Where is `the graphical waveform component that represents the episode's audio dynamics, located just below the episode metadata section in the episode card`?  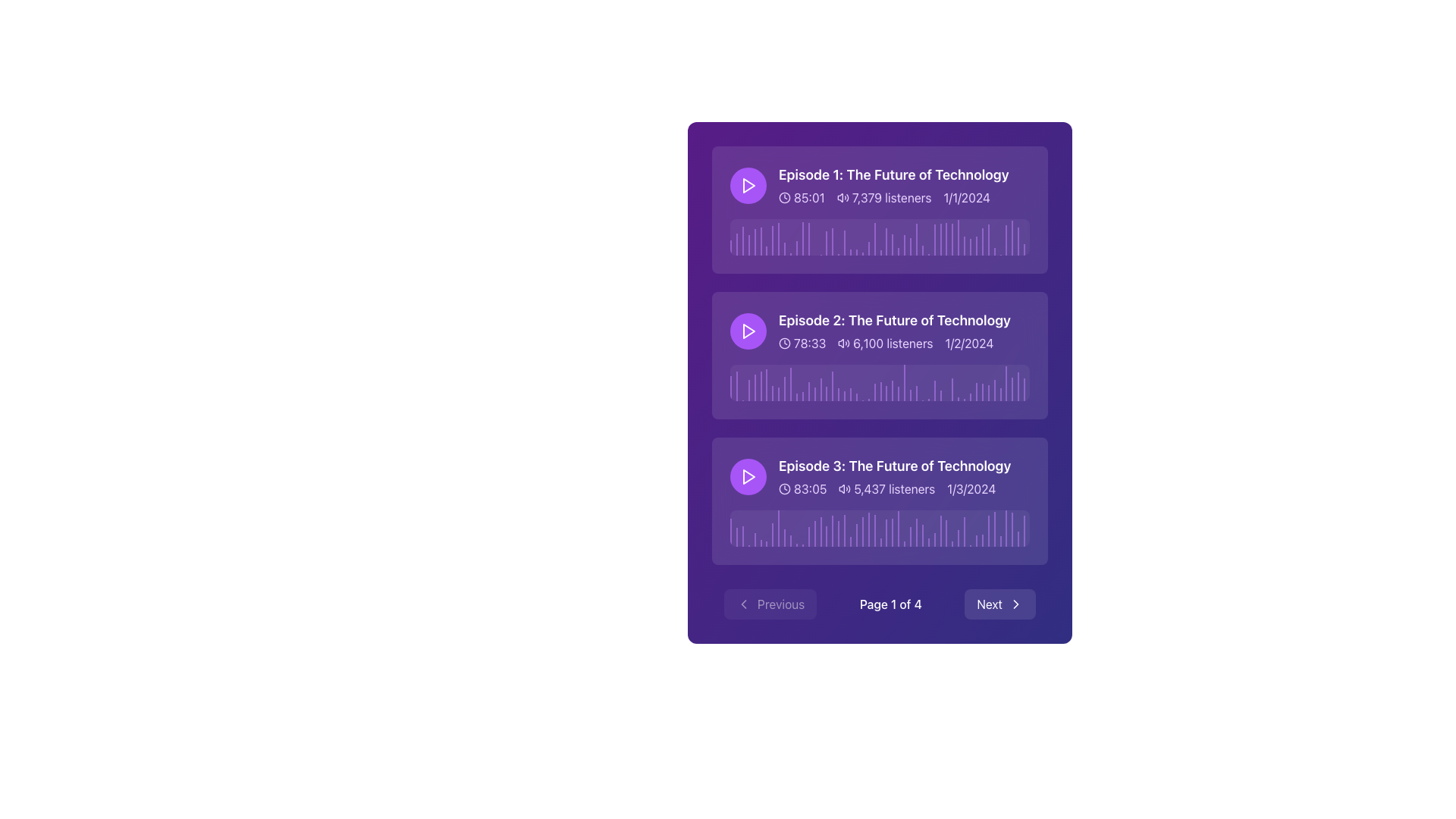 the graphical waveform component that represents the episode's audio dynamics, located just below the episode metadata section in the episode card is located at coordinates (880, 237).